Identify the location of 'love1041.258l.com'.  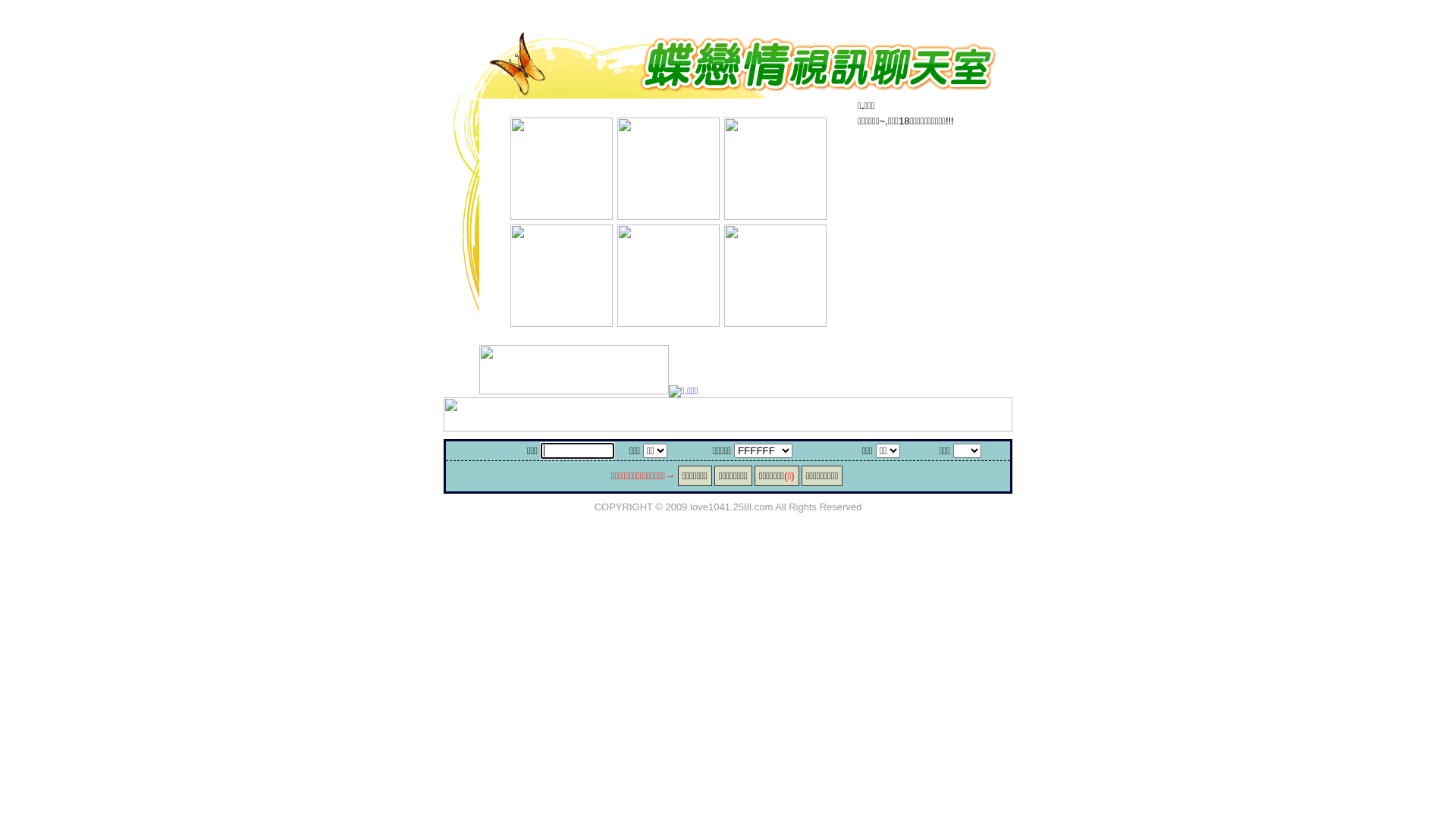
(689, 506).